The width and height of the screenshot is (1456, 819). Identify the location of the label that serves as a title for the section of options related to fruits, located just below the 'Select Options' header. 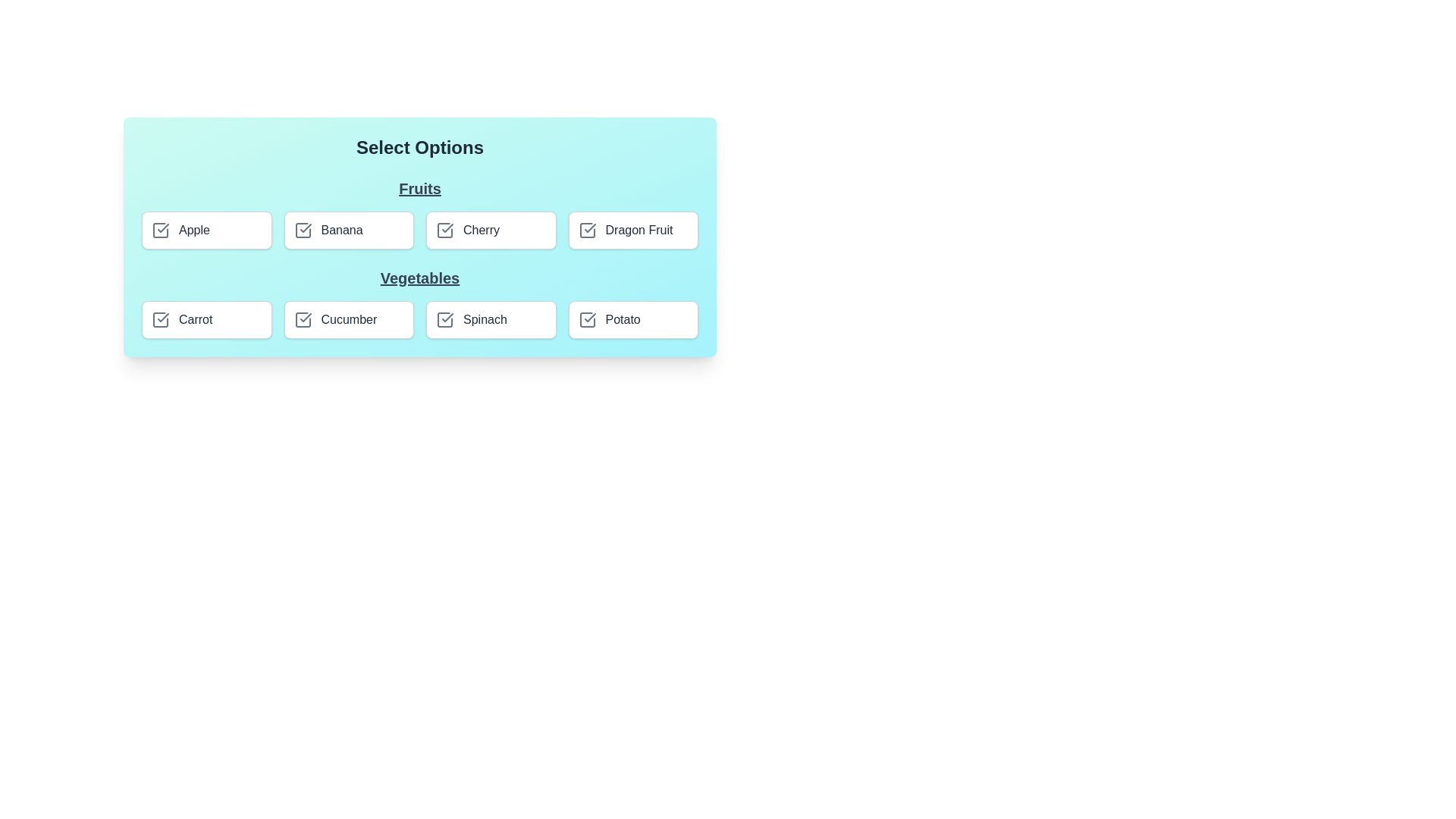
(419, 188).